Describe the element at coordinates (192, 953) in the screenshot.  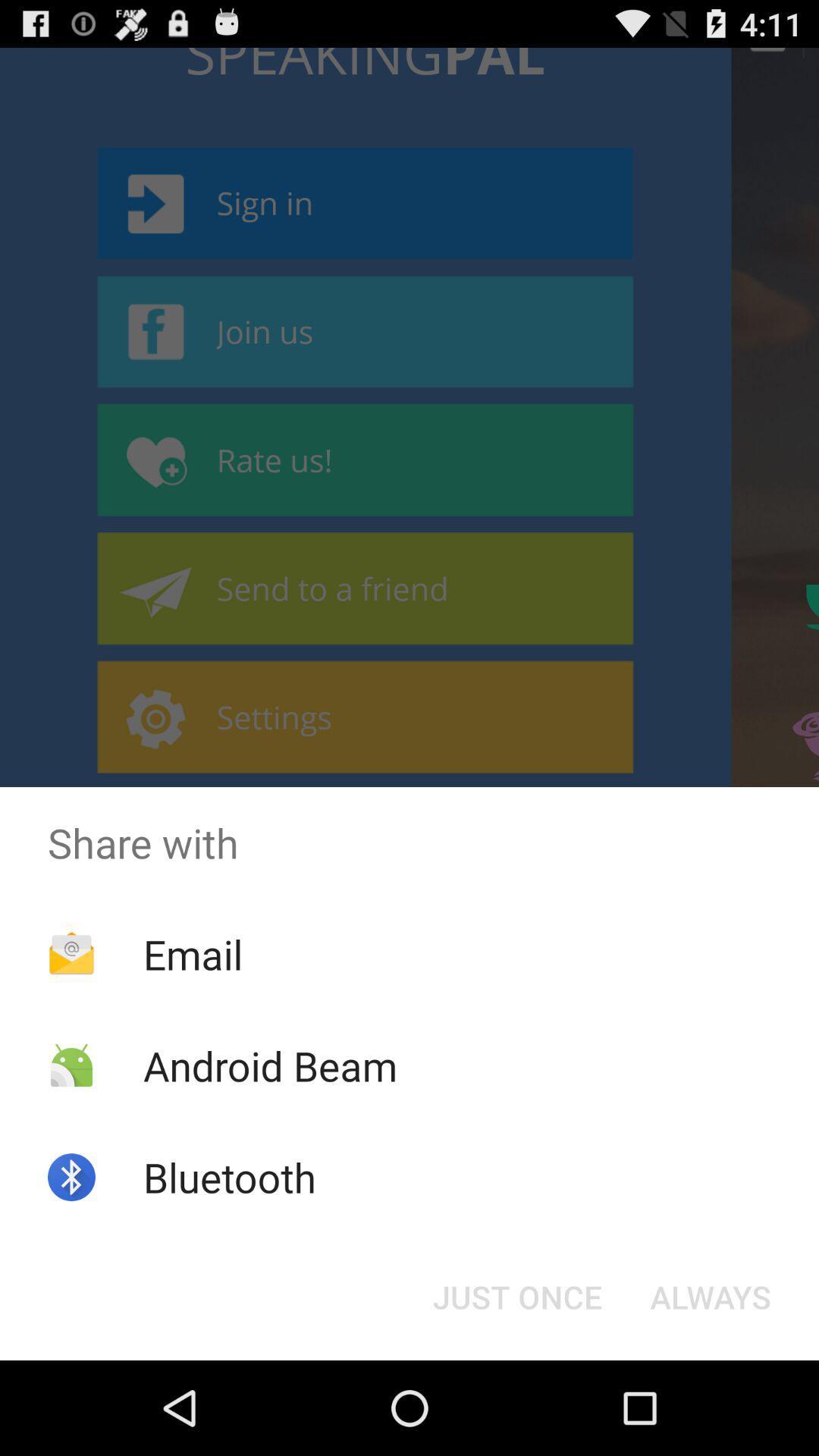
I see `the app above android beam app` at that location.